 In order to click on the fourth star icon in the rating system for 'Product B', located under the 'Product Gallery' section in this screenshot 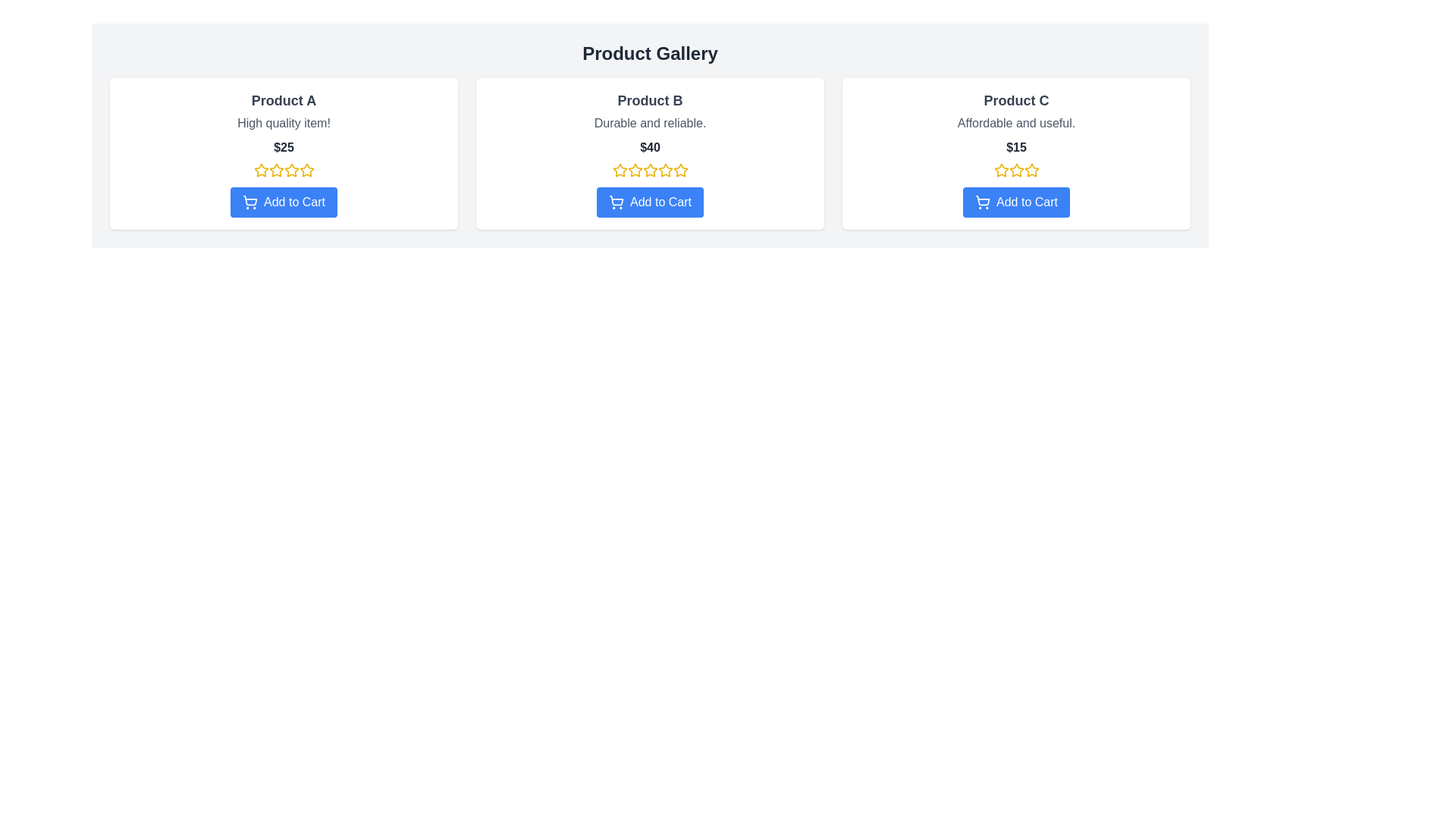, I will do `click(650, 170)`.